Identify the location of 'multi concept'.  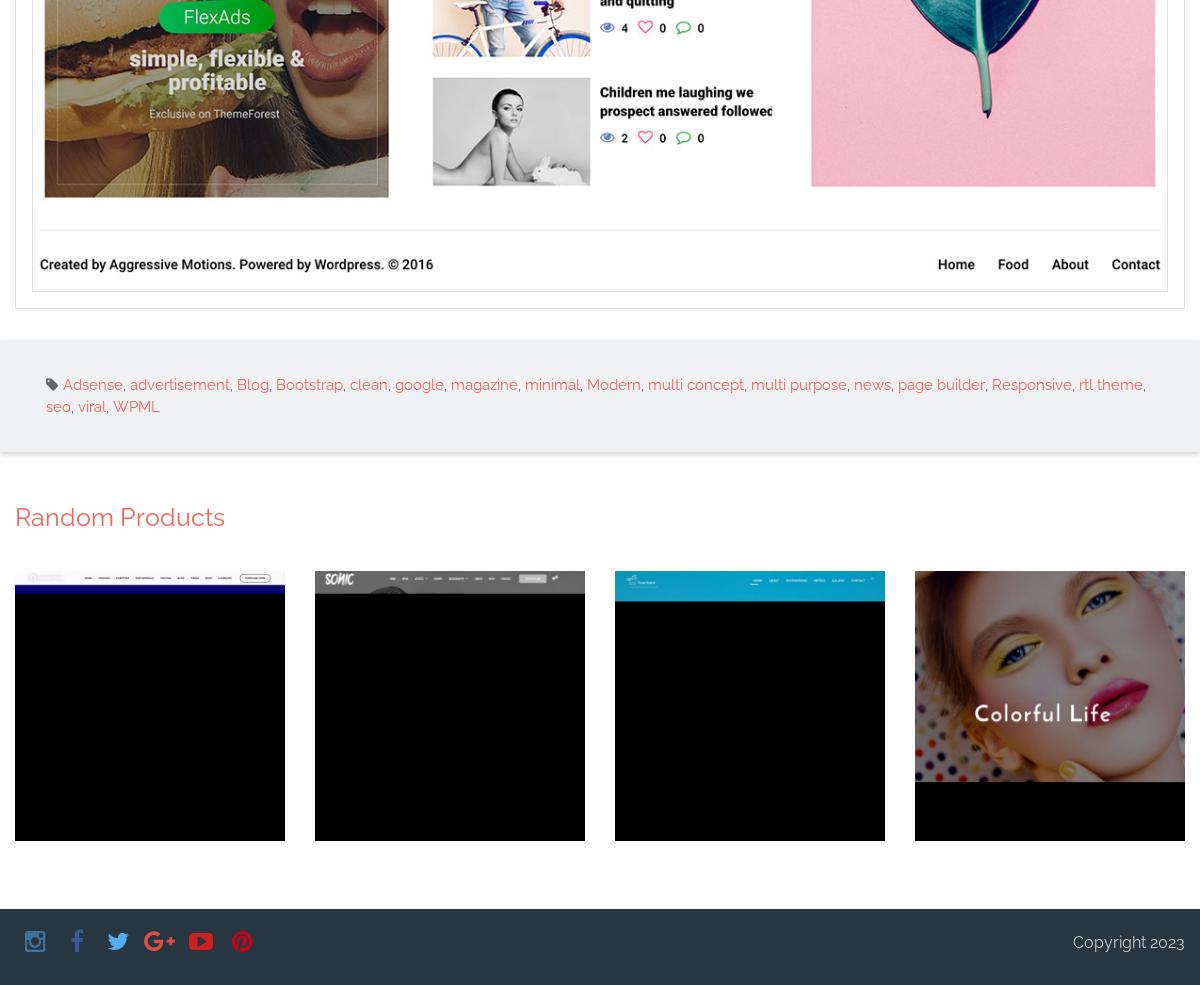
(648, 383).